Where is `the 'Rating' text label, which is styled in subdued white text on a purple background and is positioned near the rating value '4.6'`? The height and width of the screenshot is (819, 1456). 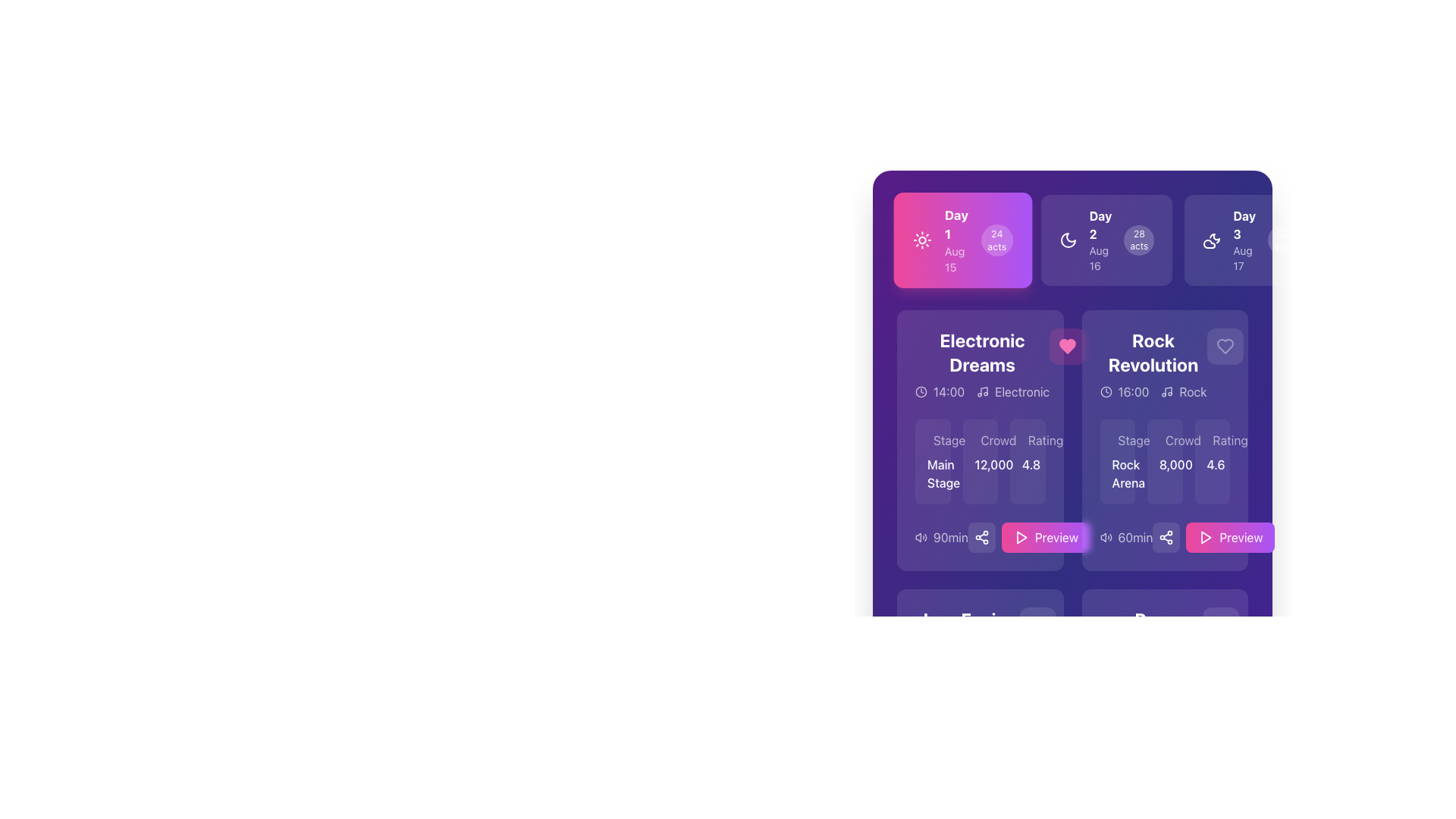
the 'Rating' text label, which is styled in subdued white text on a purple background and is positioned near the rating value '4.6' is located at coordinates (1211, 441).